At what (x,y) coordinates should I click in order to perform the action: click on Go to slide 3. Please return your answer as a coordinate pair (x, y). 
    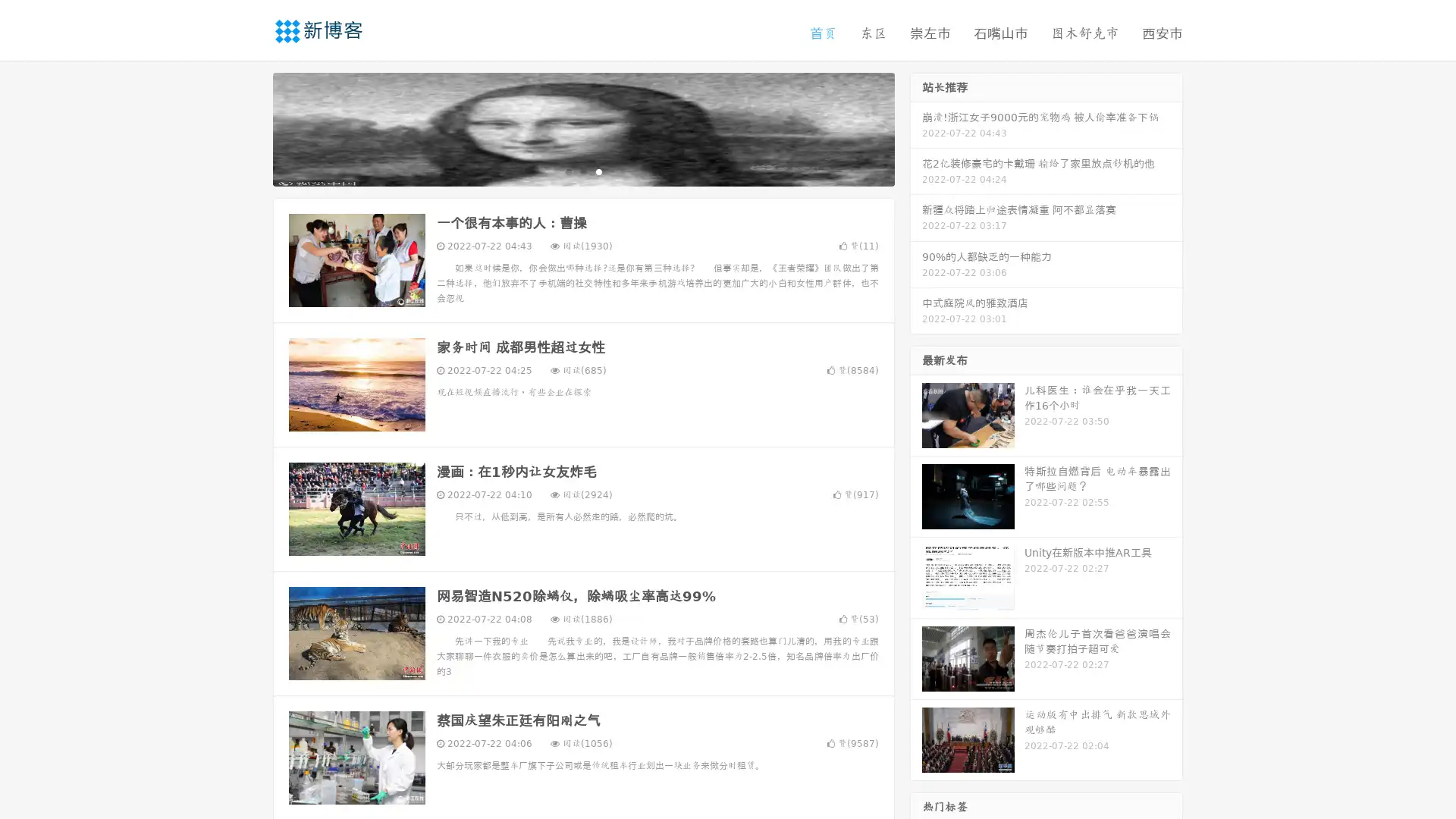
    Looking at the image, I should click on (598, 171).